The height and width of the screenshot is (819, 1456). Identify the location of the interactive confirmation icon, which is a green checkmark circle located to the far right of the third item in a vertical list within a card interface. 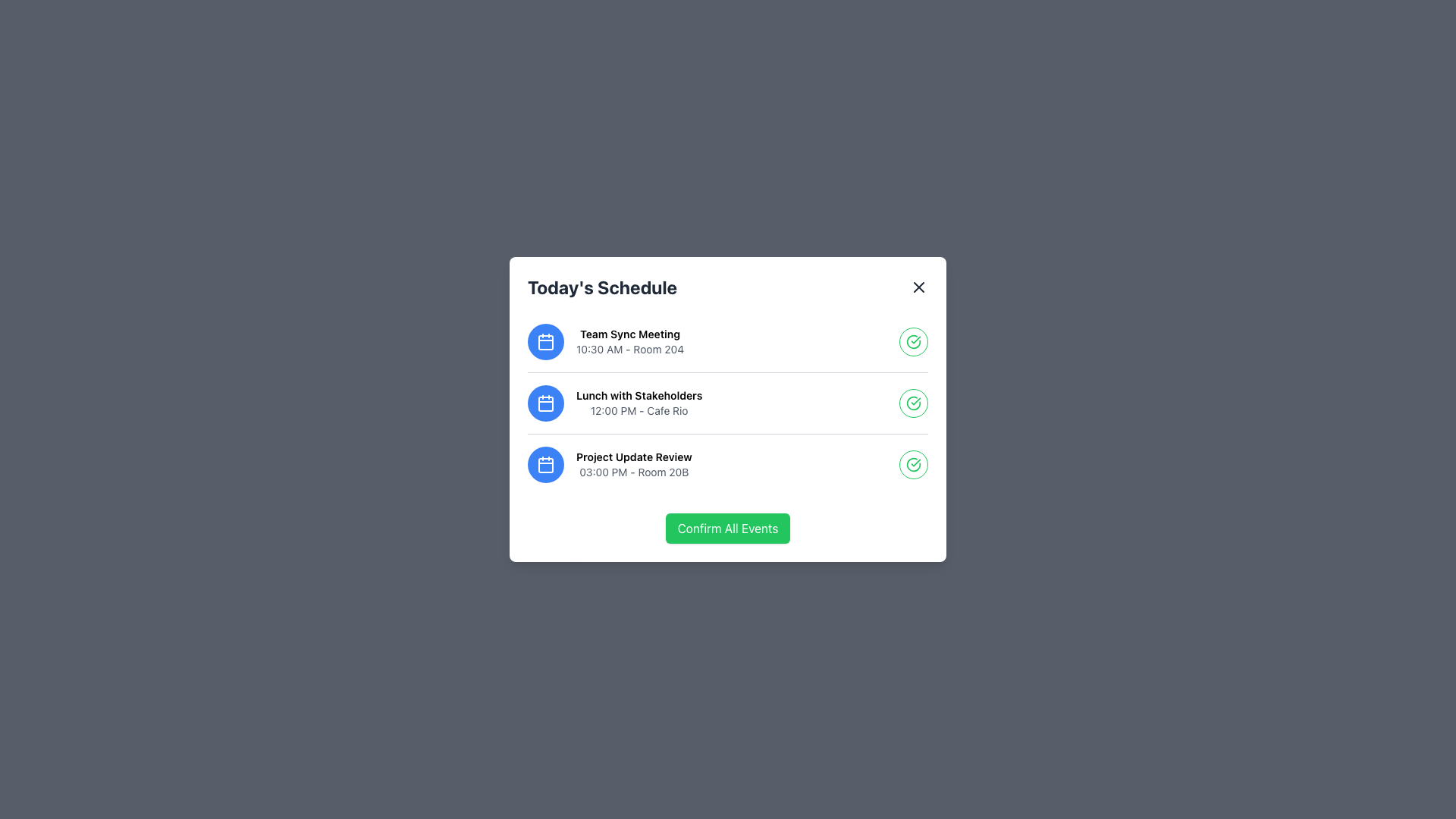
(912, 464).